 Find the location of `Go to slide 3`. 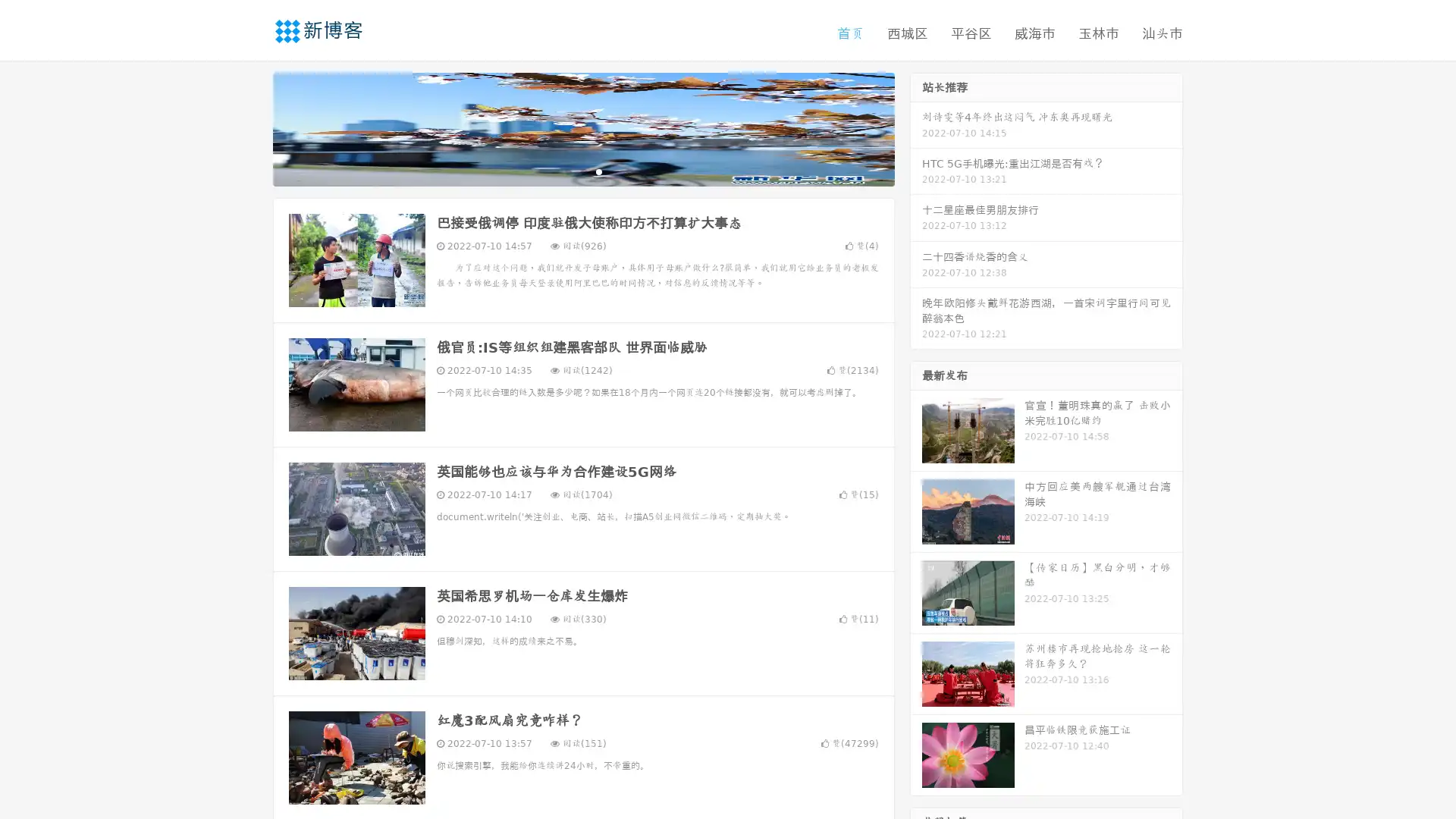

Go to slide 3 is located at coordinates (598, 171).